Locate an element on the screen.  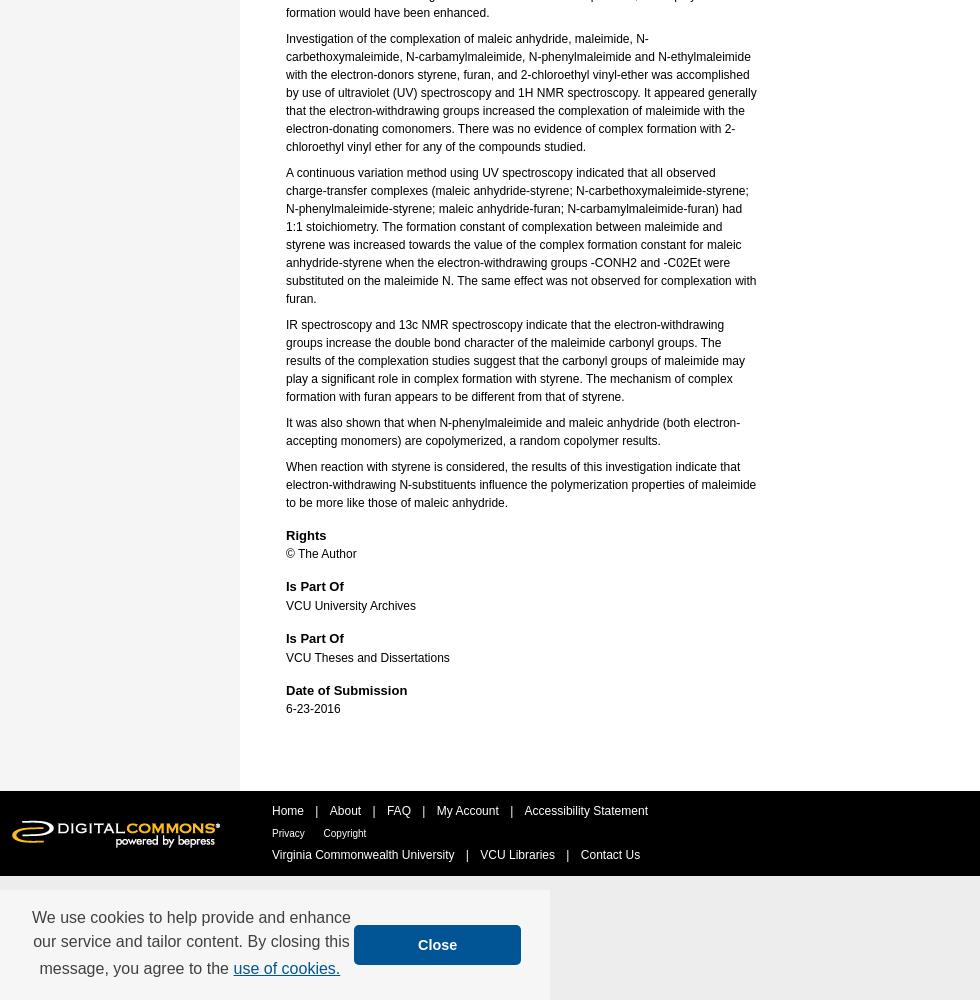
'Copyright' is located at coordinates (344, 832).